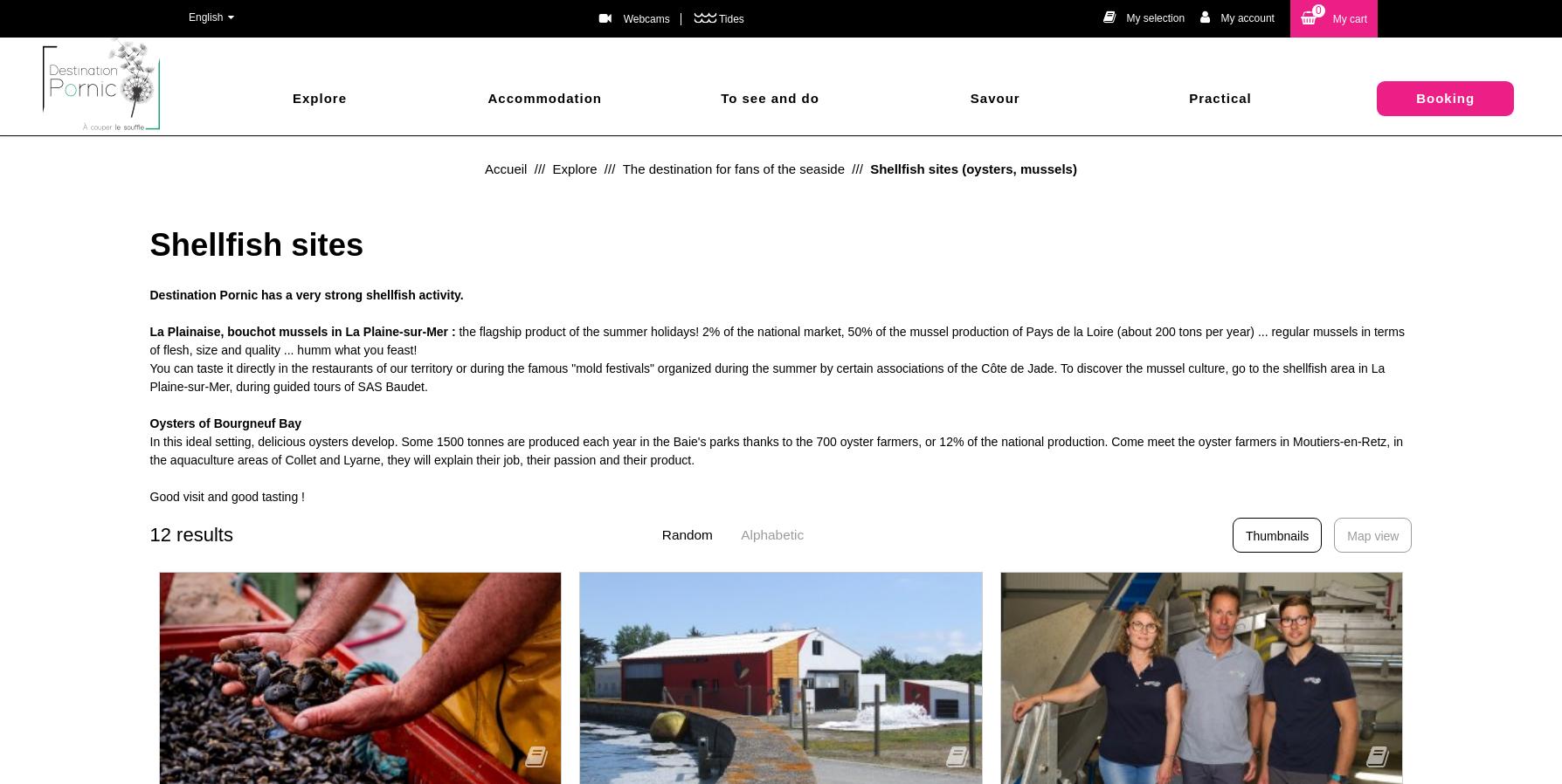  I want to click on 'The destination for fans of the seaside', so click(731, 168).